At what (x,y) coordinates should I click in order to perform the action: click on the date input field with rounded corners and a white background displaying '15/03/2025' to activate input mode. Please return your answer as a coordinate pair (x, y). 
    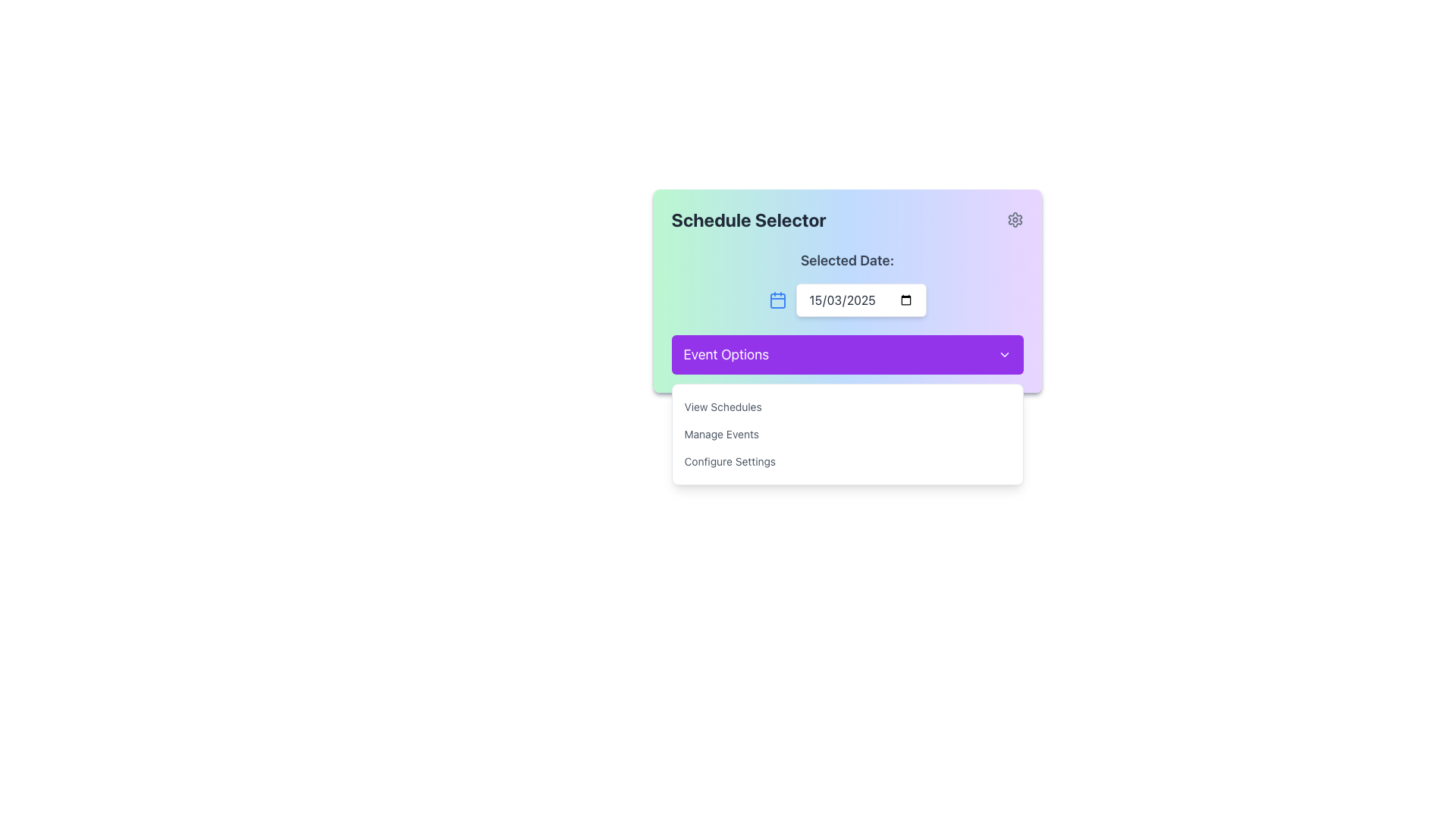
    Looking at the image, I should click on (861, 300).